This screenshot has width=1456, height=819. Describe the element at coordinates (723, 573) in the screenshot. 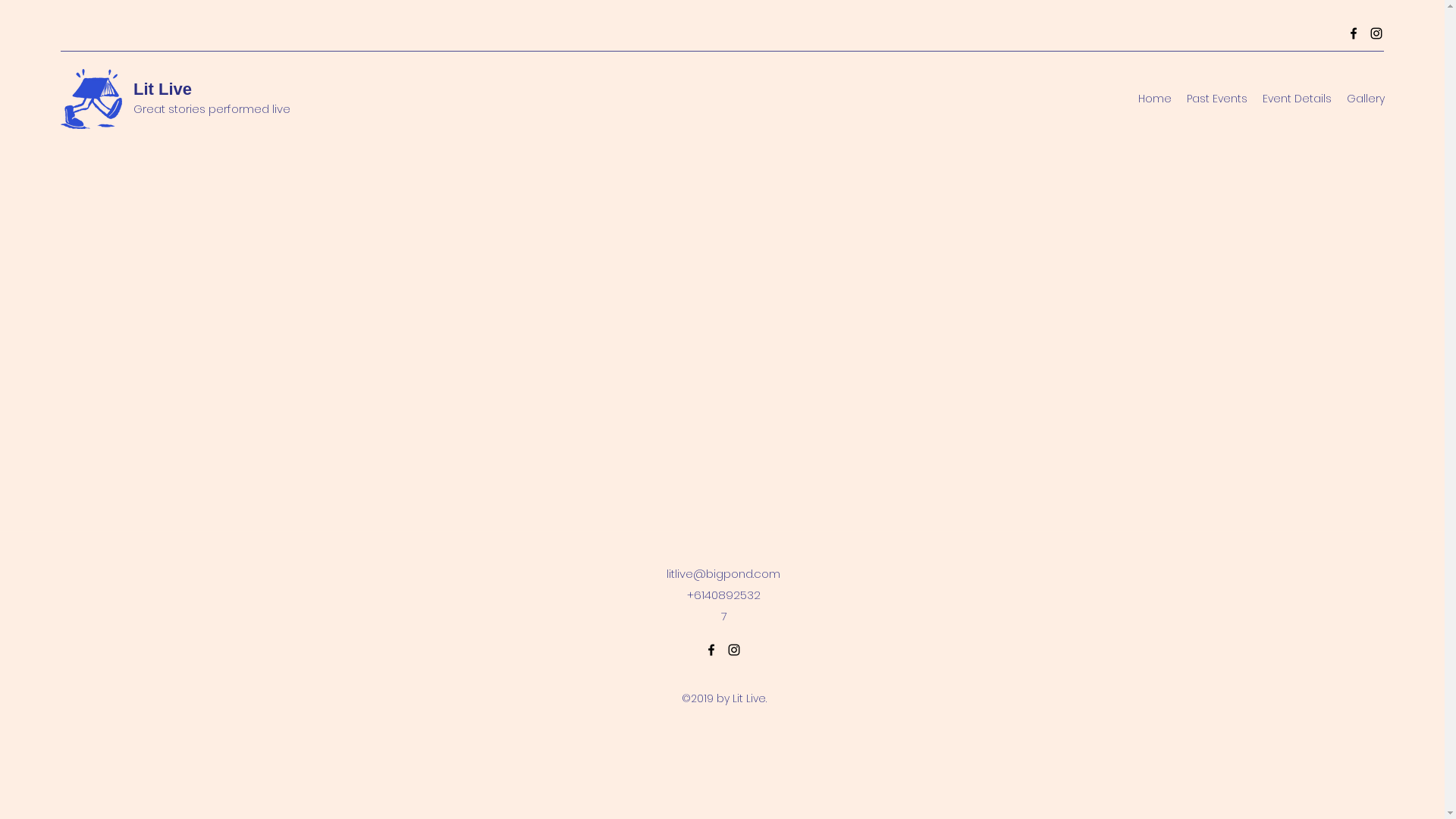

I see `'litlive@bigpond.com'` at that location.